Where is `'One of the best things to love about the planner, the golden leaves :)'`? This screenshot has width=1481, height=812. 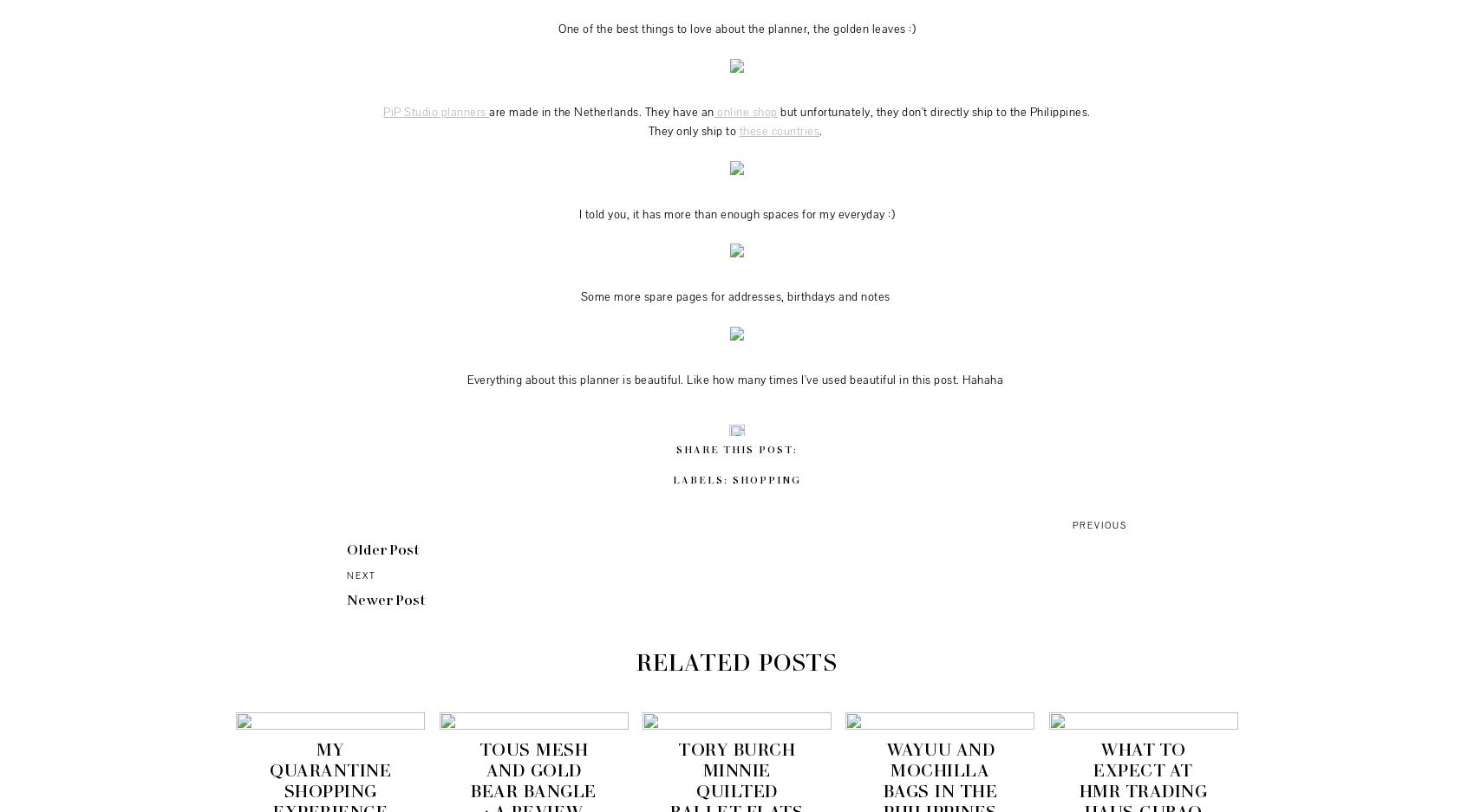 'One of the best things to love about the planner, the golden leaves :)' is located at coordinates (737, 29).